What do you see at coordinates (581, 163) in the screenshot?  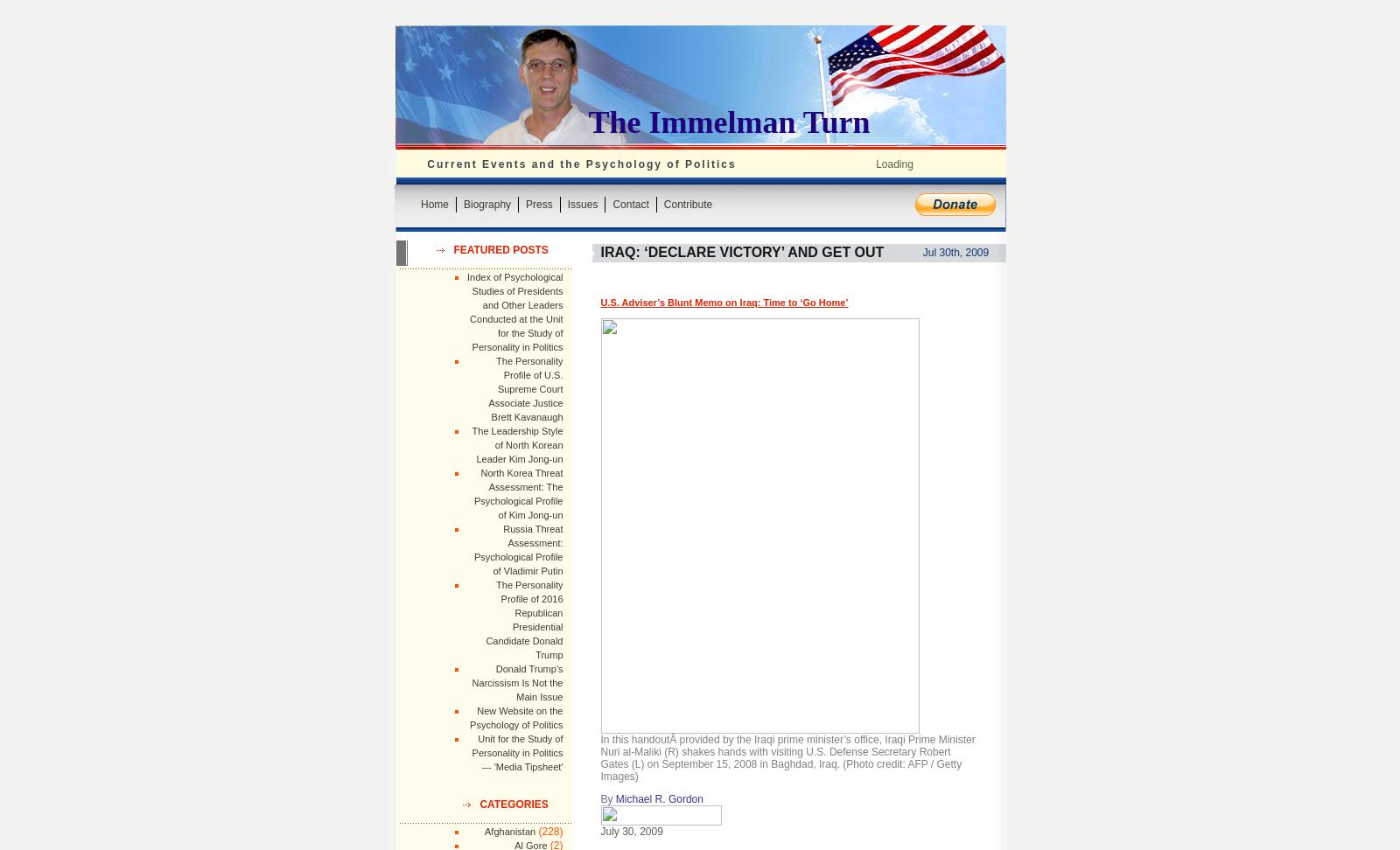 I see `'Current Events and the Psychology of Politics'` at bounding box center [581, 163].